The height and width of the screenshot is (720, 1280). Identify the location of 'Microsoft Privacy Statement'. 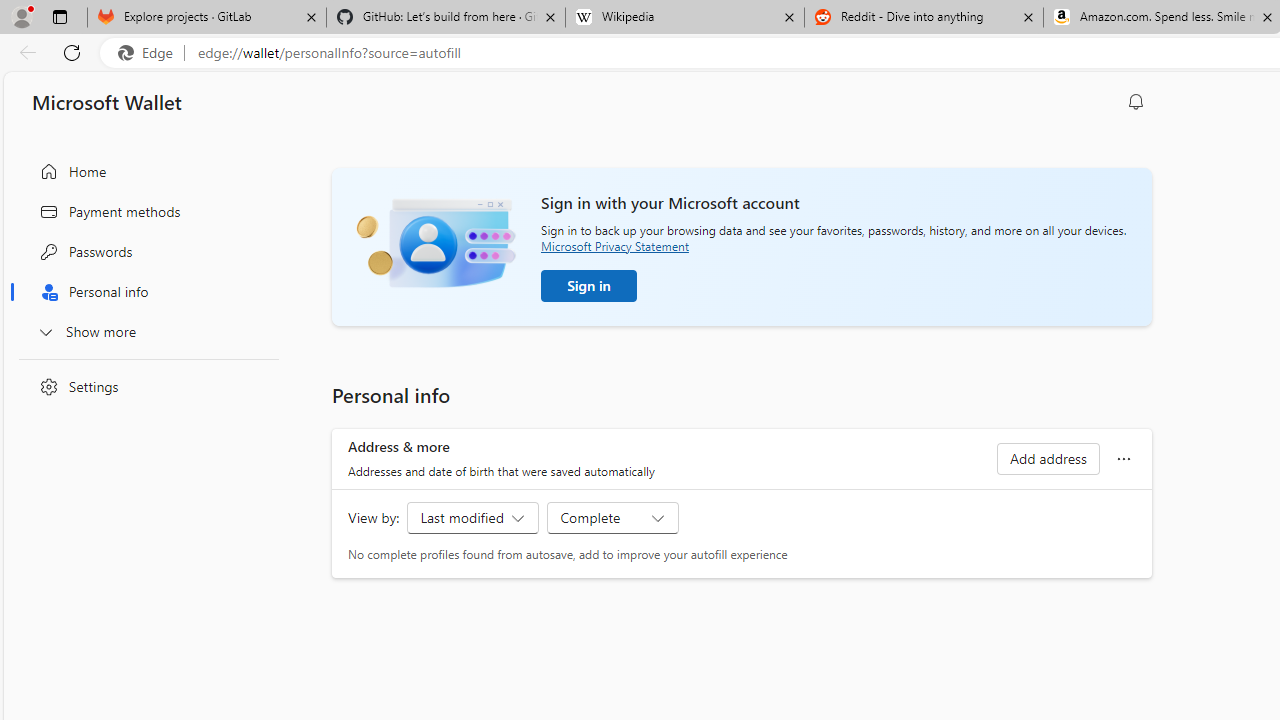
(614, 245).